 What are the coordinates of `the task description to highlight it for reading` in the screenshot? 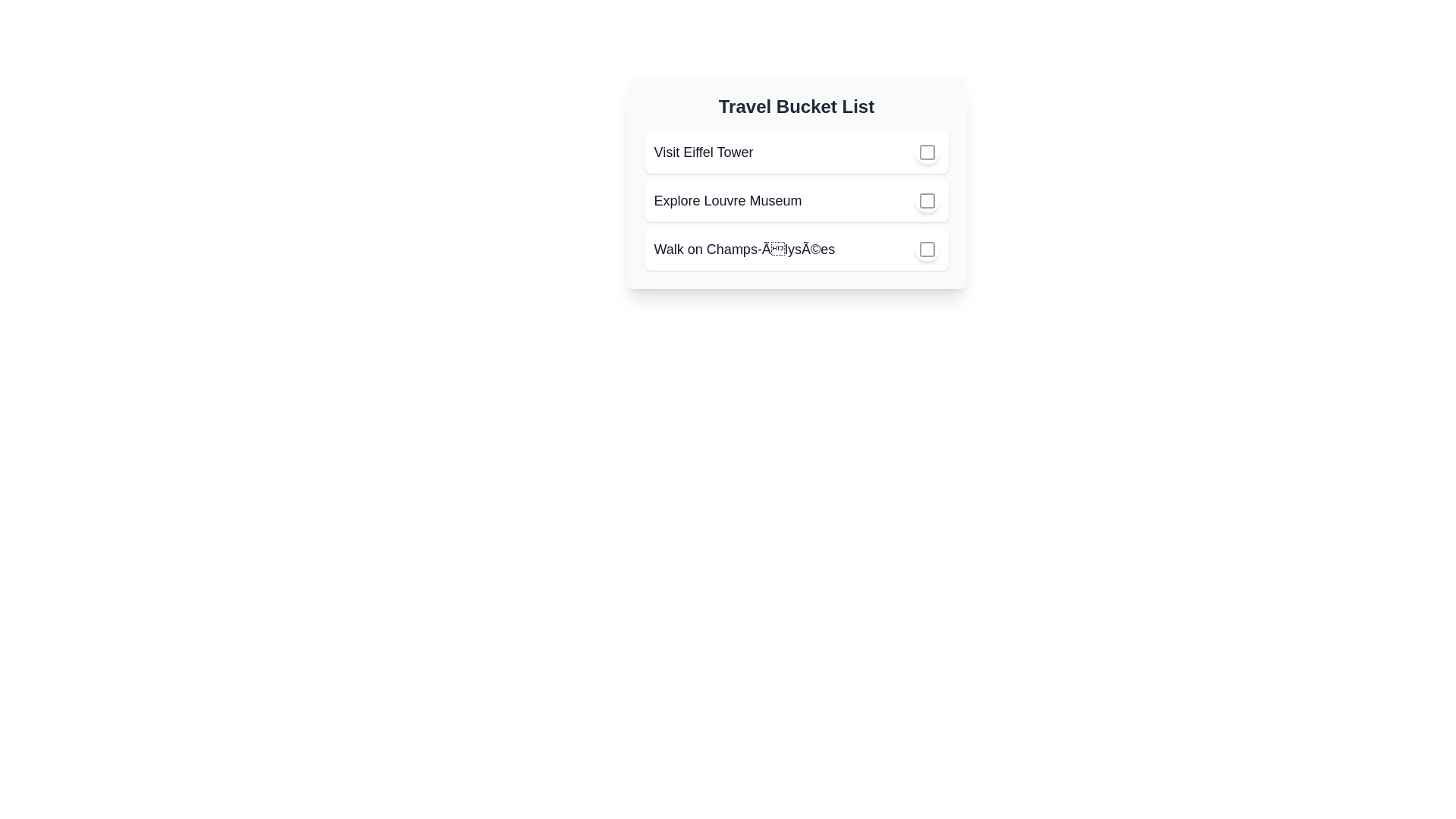 It's located at (702, 152).